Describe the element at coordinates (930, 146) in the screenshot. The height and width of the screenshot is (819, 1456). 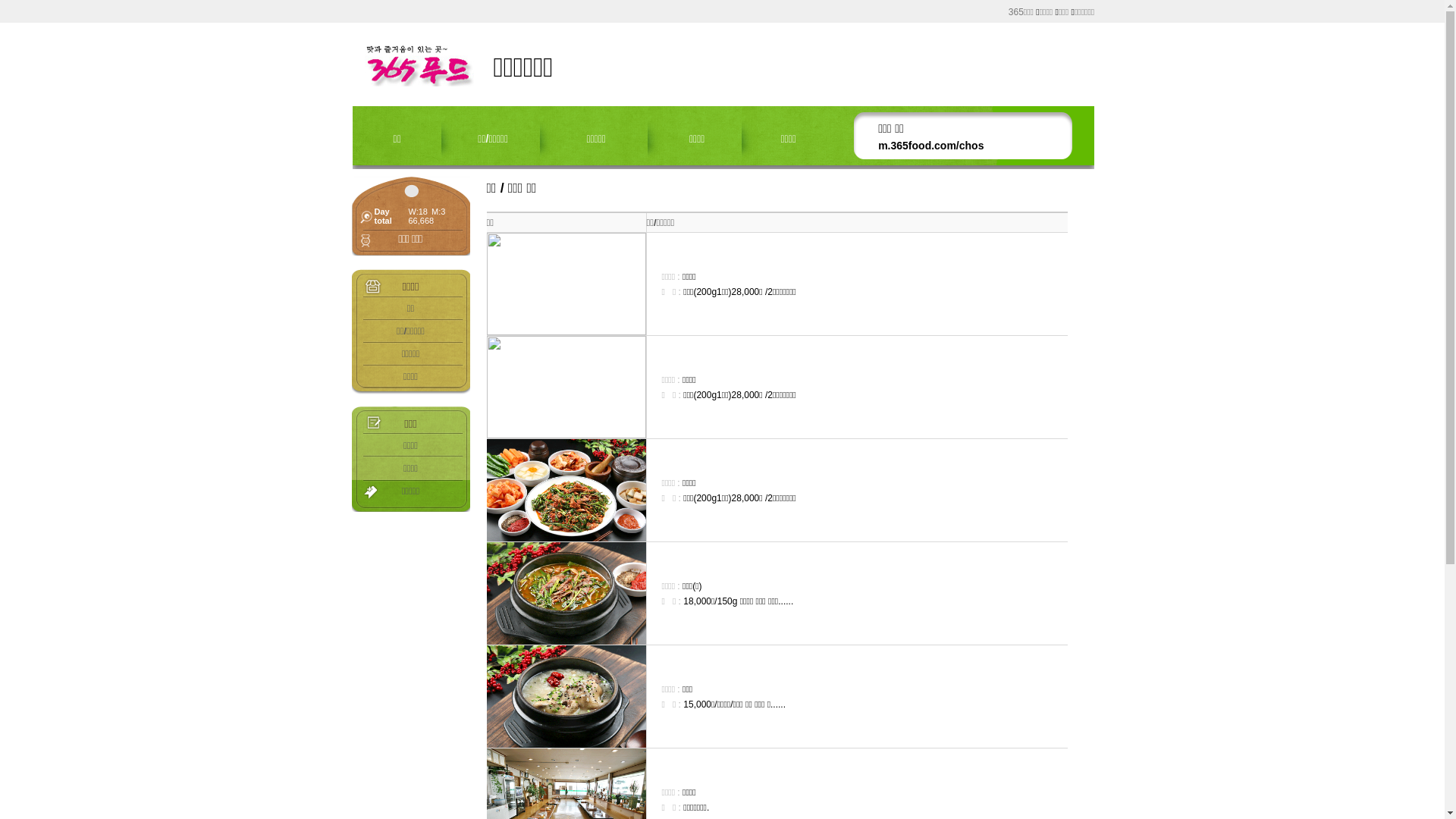
I see `'m.365food.com/chos'` at that location.